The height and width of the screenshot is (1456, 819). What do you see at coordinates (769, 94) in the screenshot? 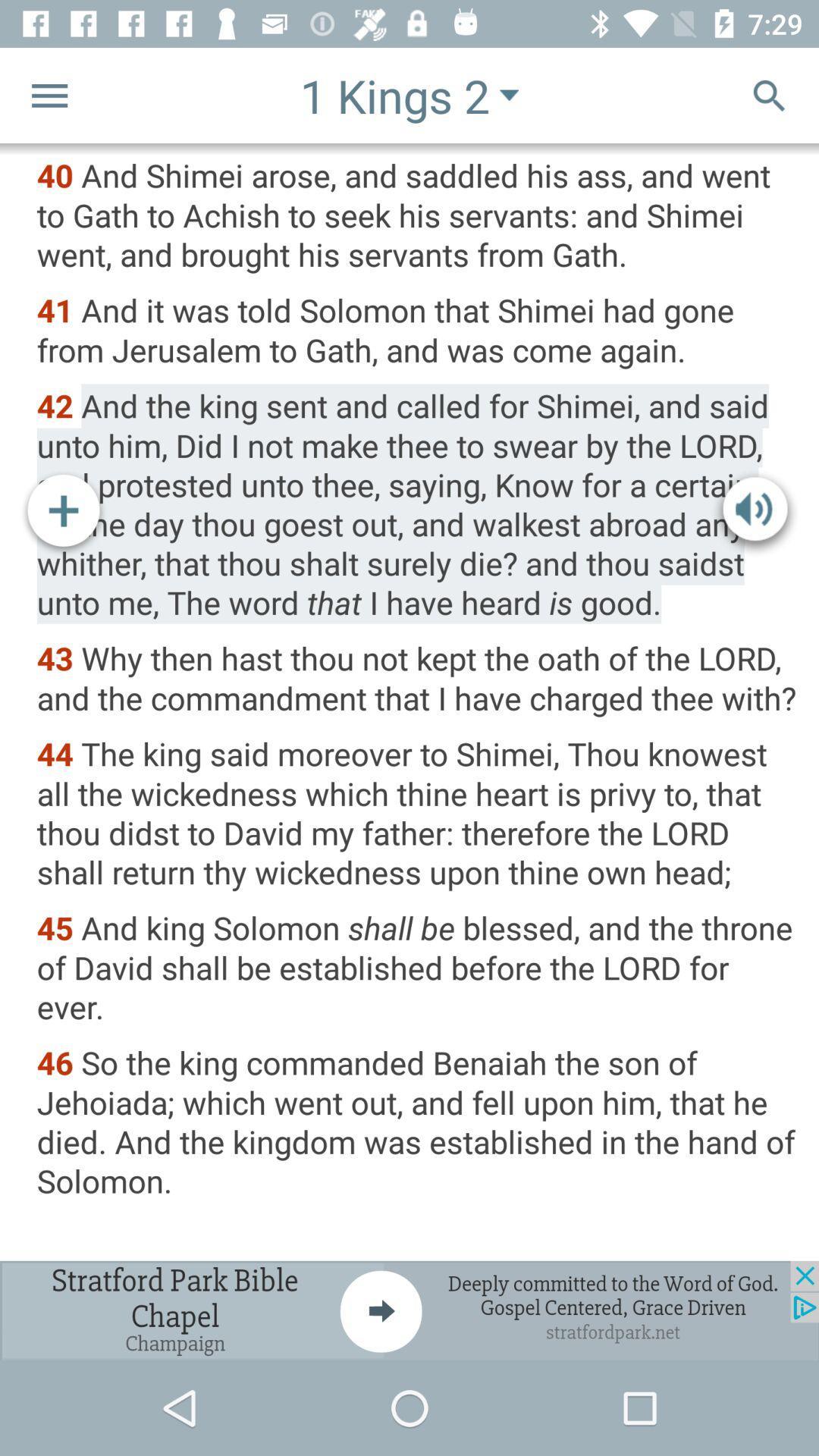
I see `open search` at bounding box center [769, 94].